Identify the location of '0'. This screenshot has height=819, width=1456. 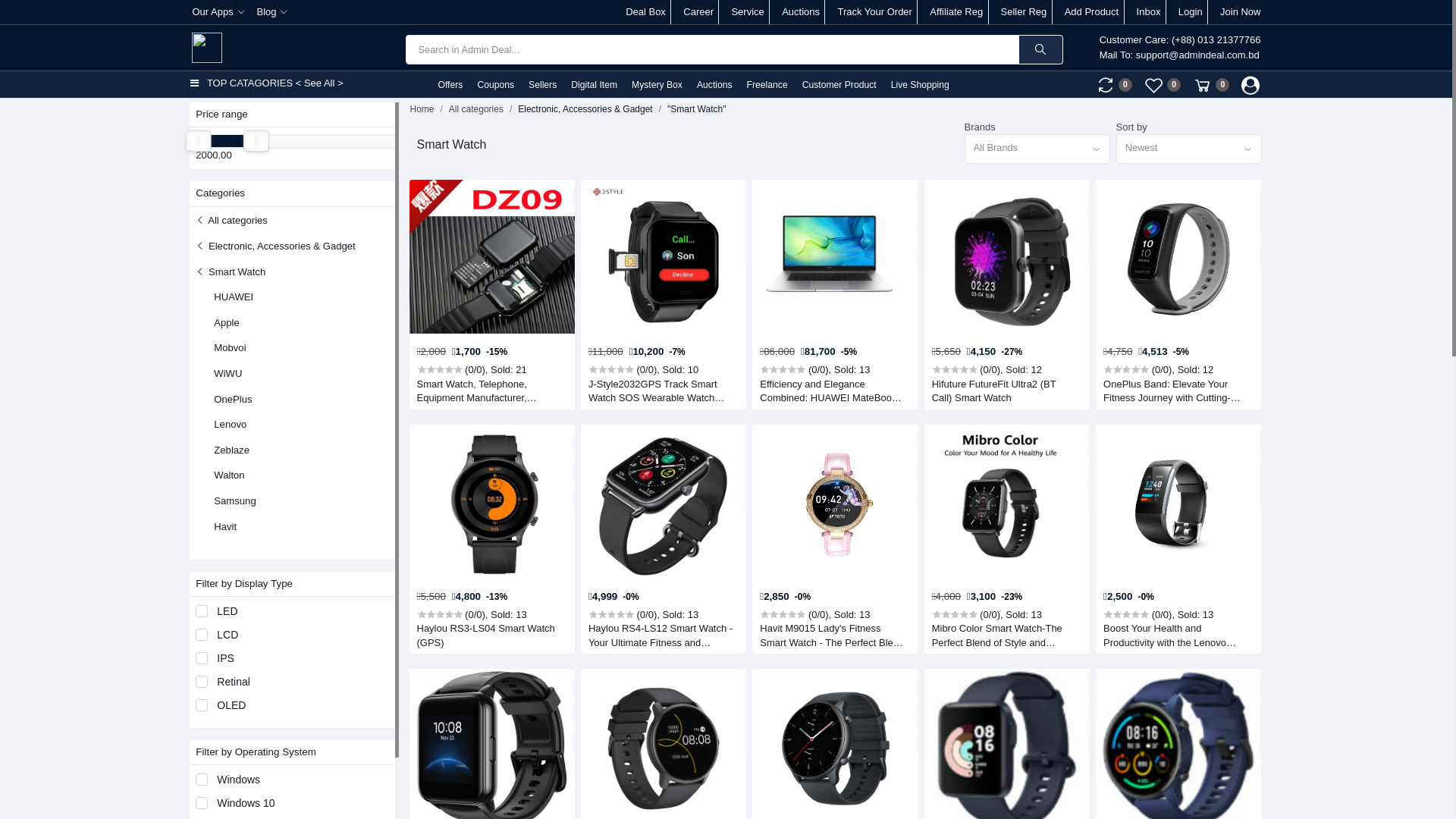
(1210, 84).